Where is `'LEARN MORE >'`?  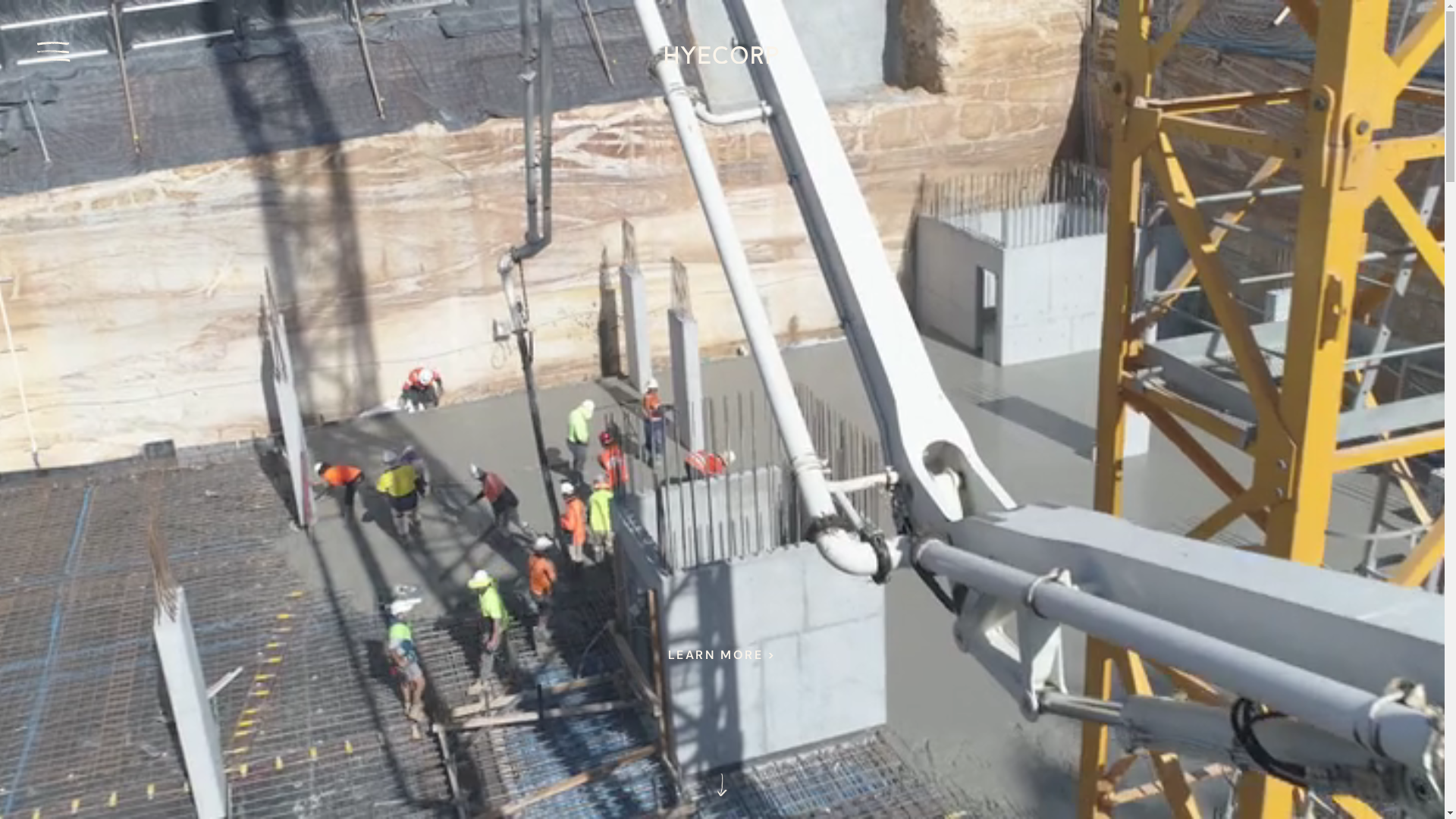
'LEARN MORE >' is located at coordinates (721, 654).